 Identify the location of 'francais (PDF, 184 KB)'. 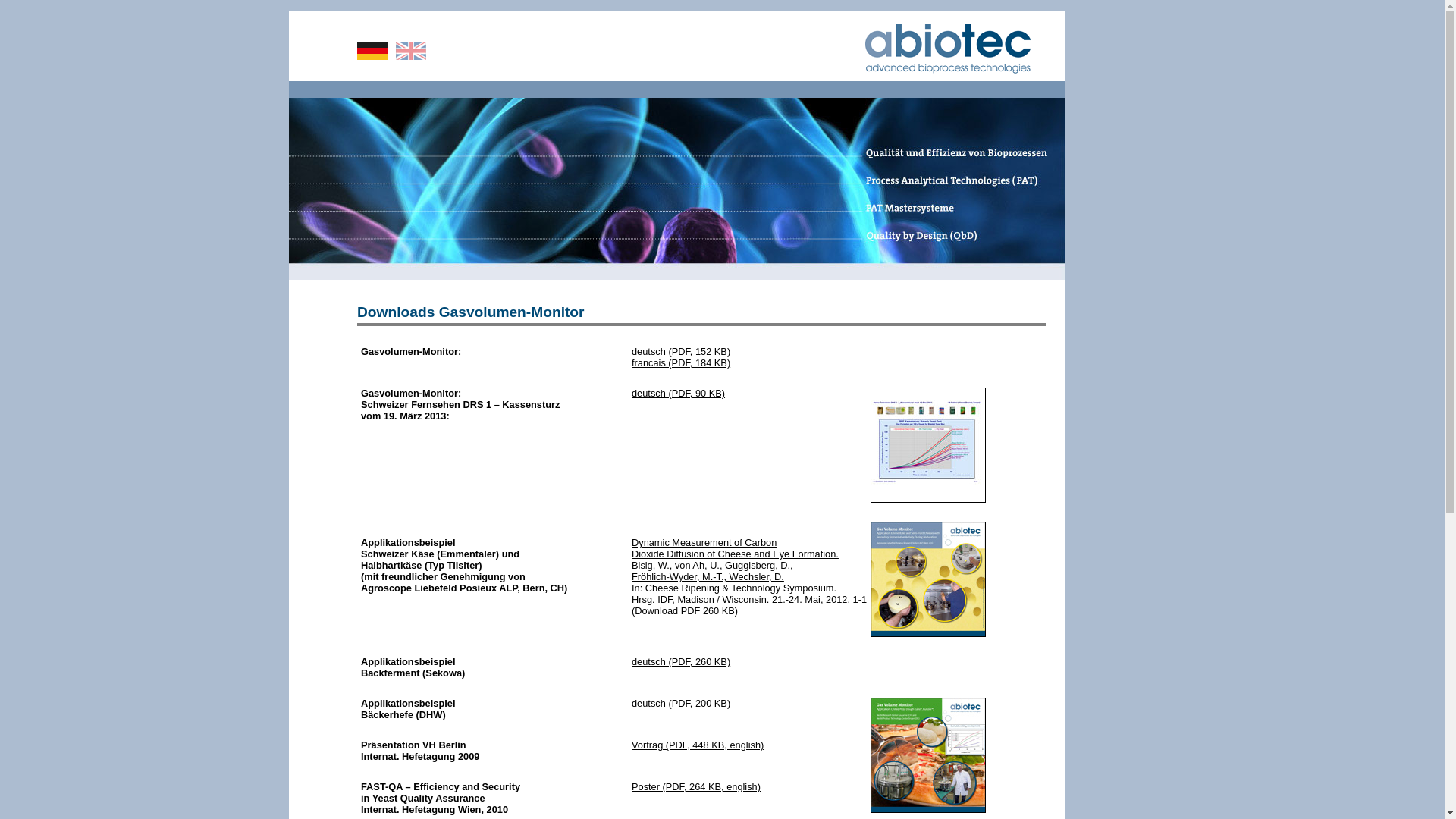
(679, 362).